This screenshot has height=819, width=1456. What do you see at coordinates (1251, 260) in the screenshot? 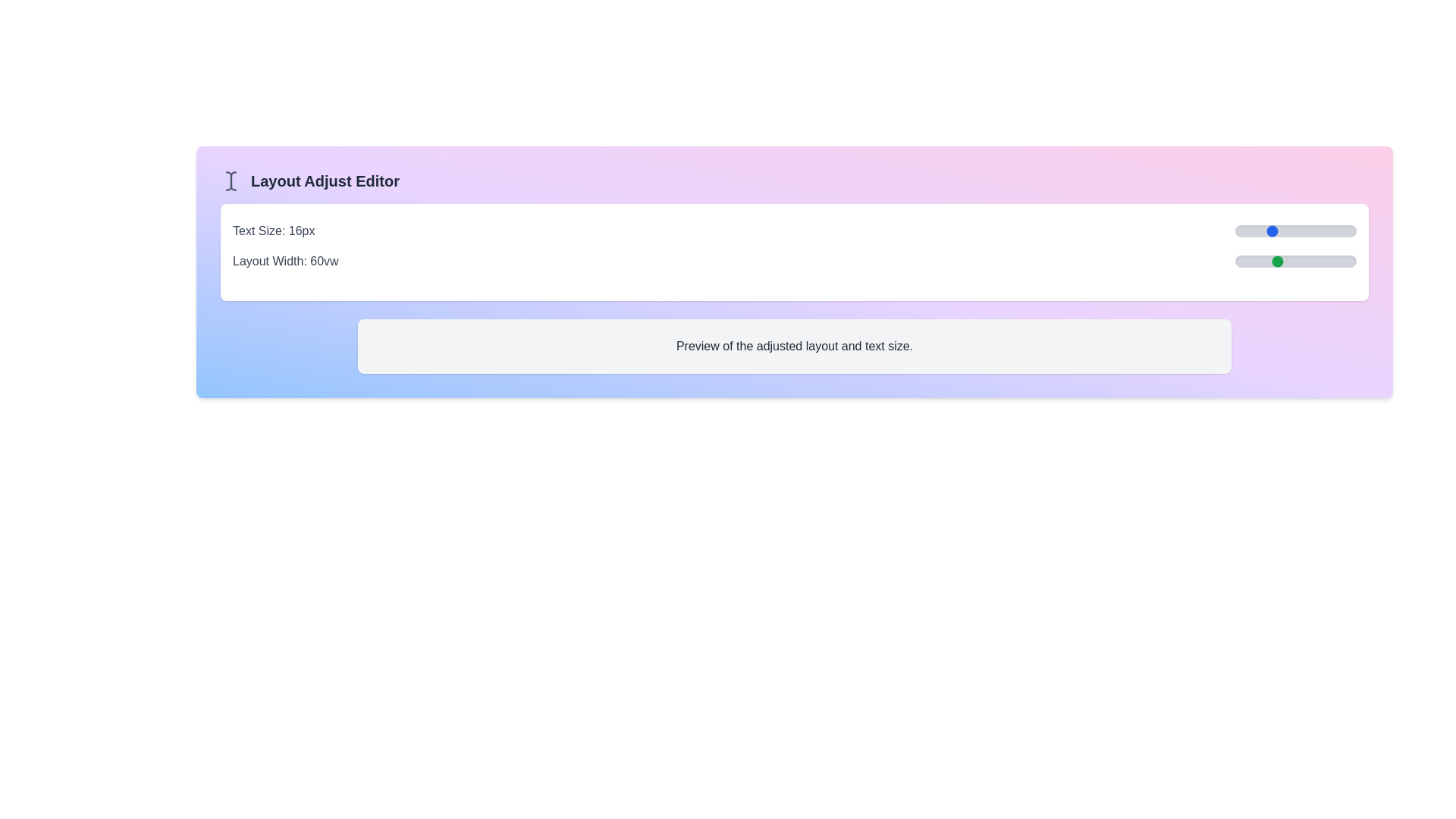
I see `the slider` at bounding box center [1251, 260].